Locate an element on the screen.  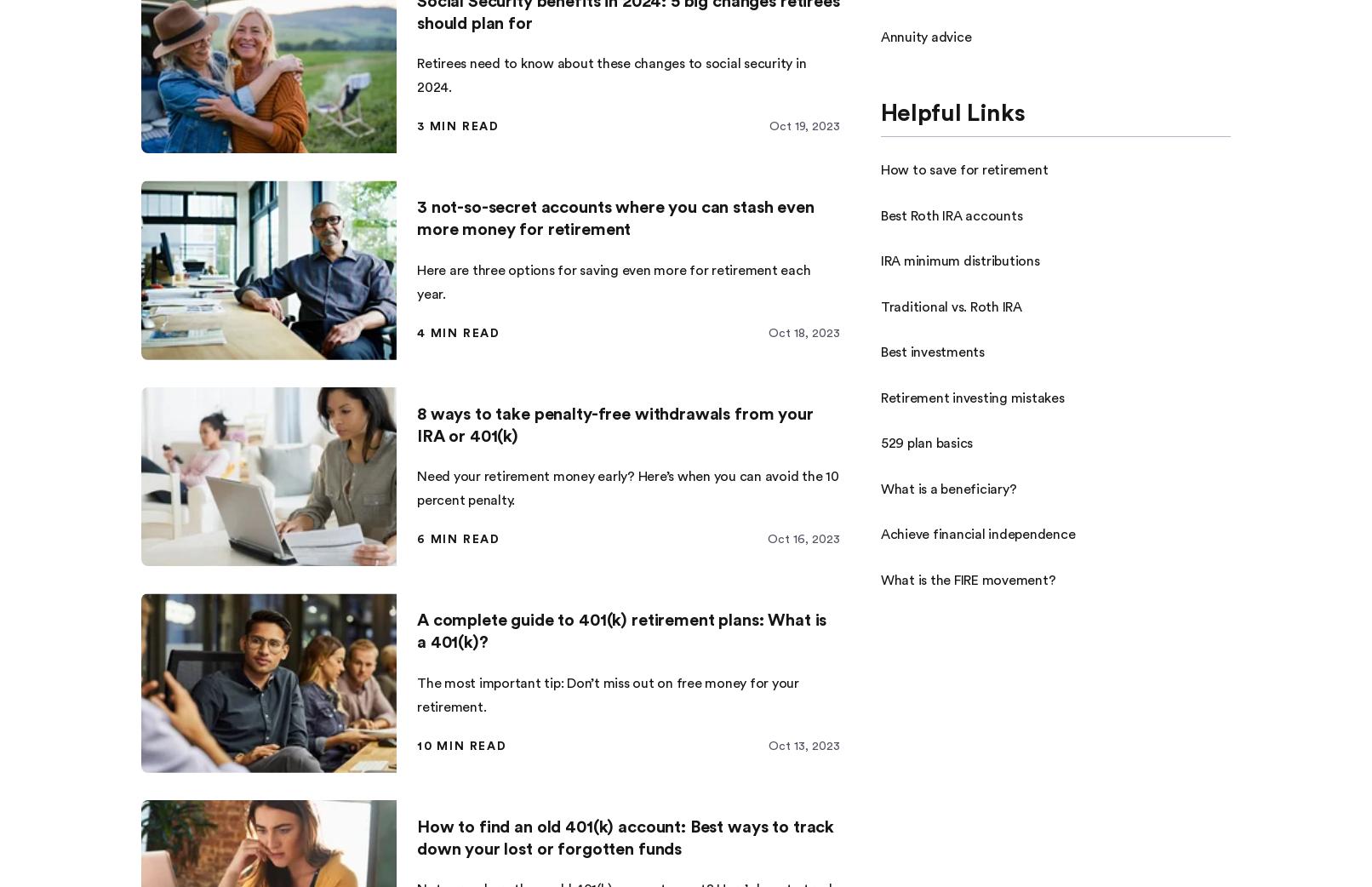
'How to find an old 401(k) account: Best ways to track down your lost or forgotten funds' is located at coordinates (626, 837).